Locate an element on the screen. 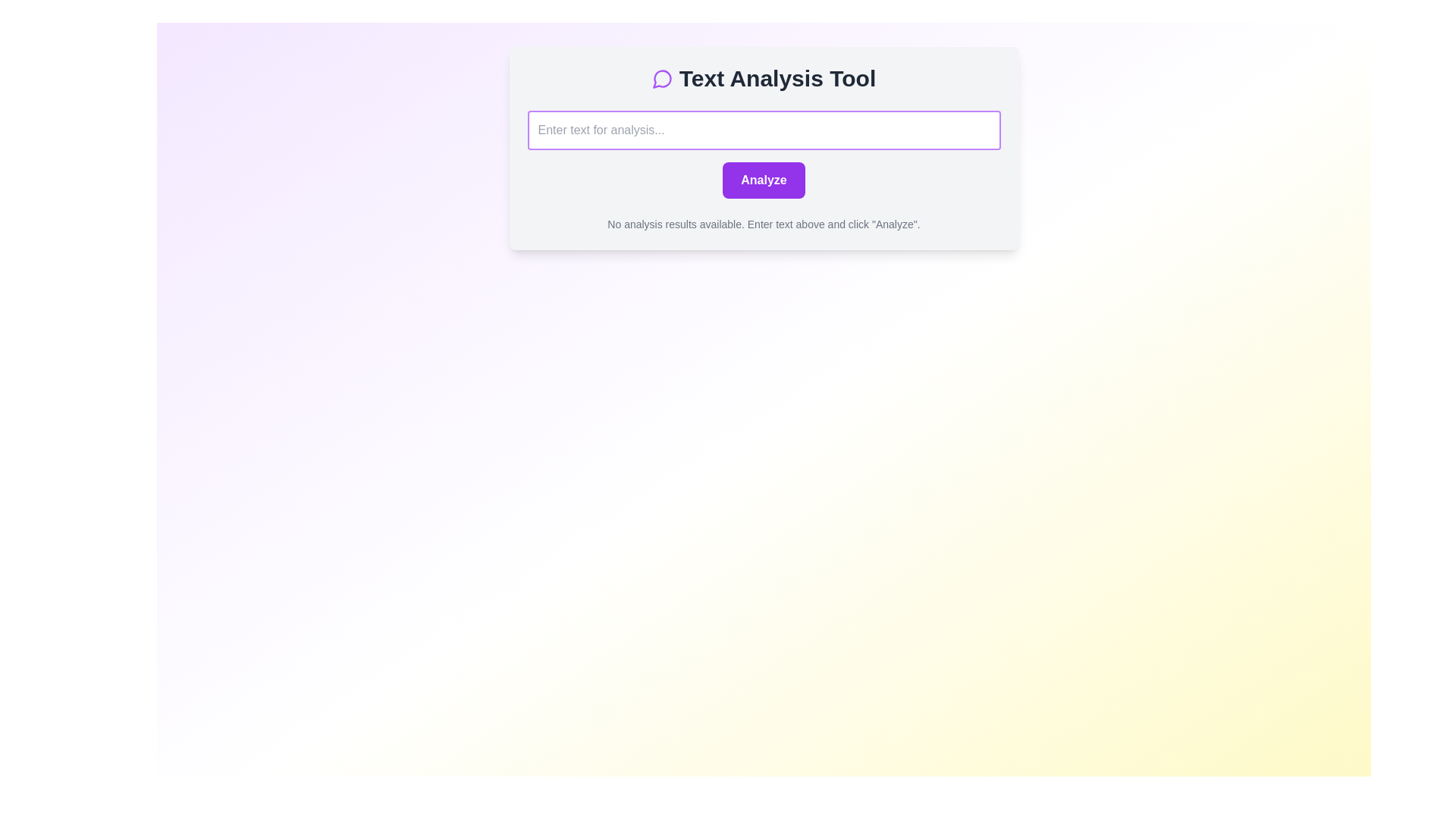 The width and height of the screenshot is (1456, 819). the analysis button located below the 'Enter text for analysis...' input field to observe the animation effect is located at coordinates (764, 180).